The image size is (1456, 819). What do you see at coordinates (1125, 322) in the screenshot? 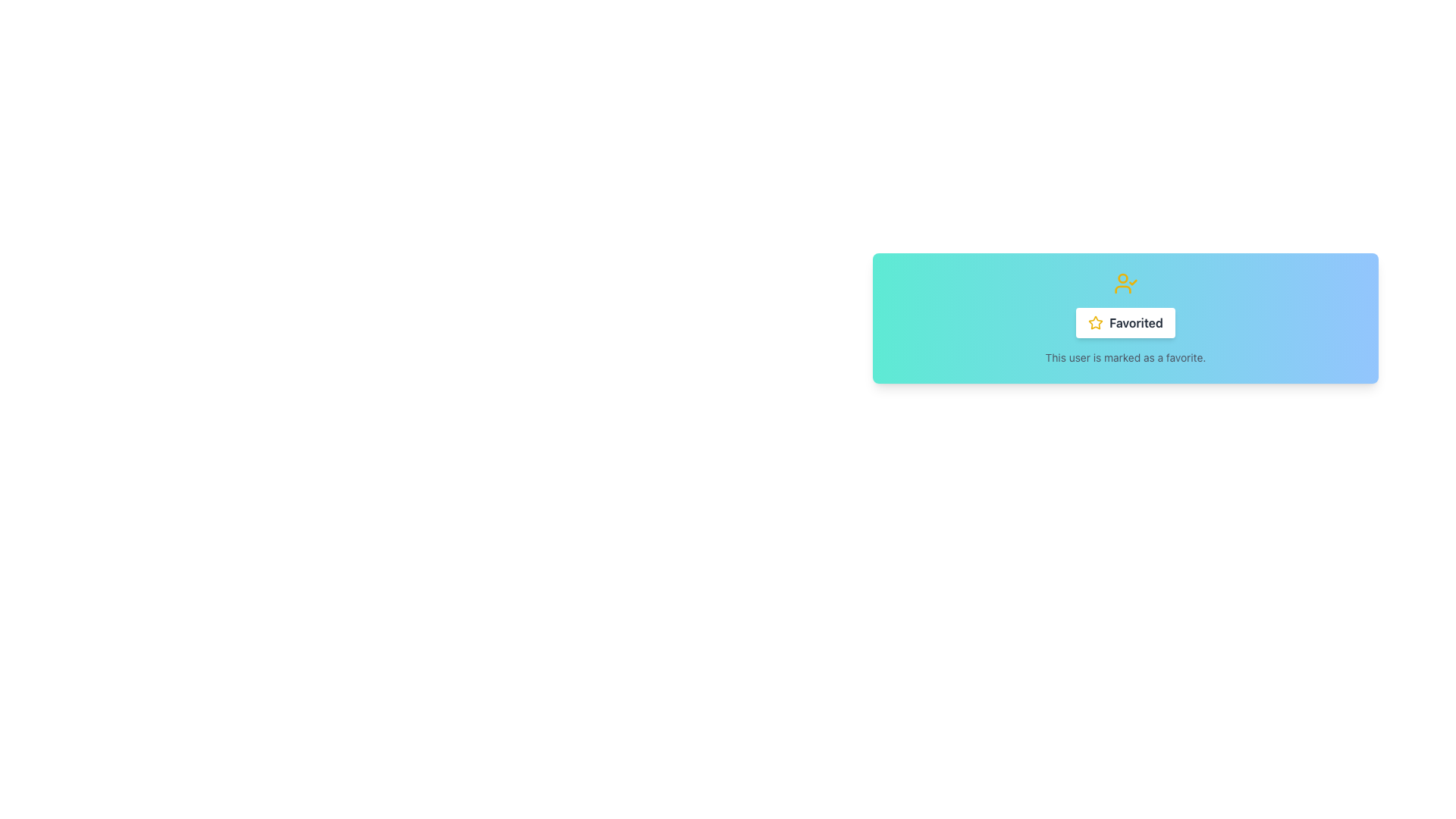
I see `the 'Favorited' status toggle button located at the center of the card with a gradient background, positioned below the person icon and above the text indicating the user's favorite status` at bounding box center [1125, 322].